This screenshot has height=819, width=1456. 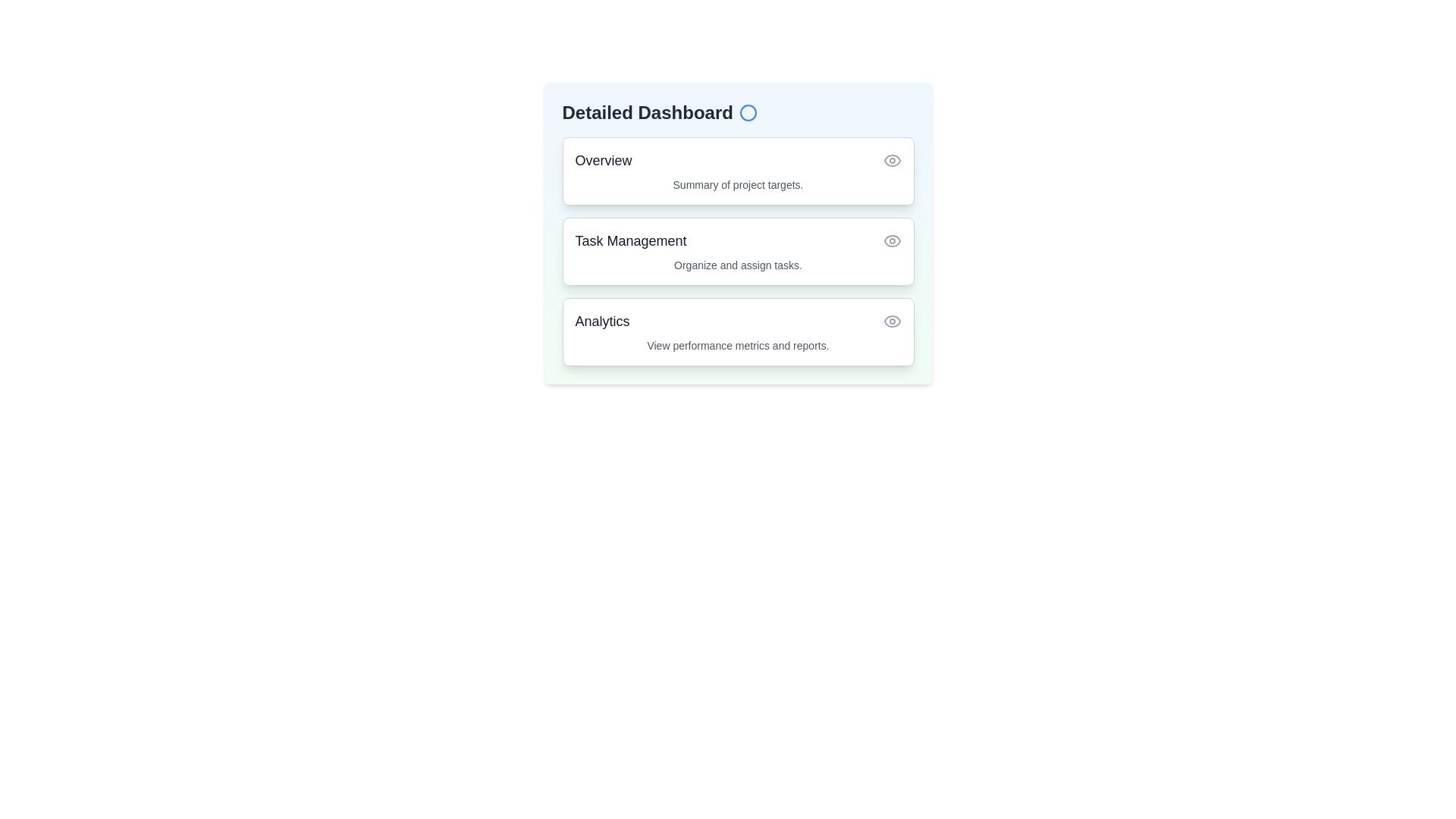 I want to click on the eye icon corresponding to Overview to toggle its details, so click(x=892, y=161).